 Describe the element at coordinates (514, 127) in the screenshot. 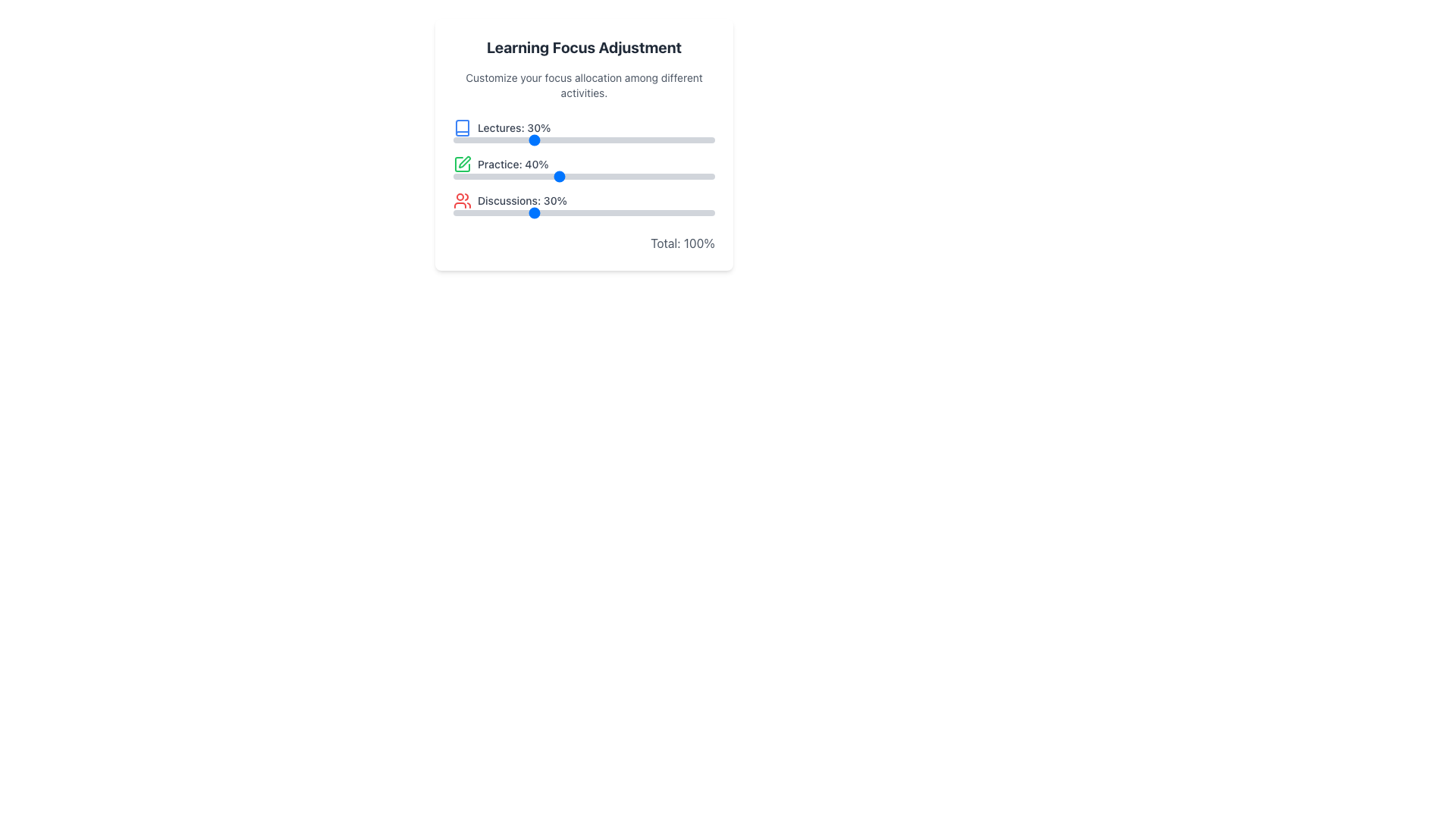

I see `text content of the Text Label displaying 'Lectures: 30%' which is located within the focus adjustment interface, positioned first in a column of similar elements with a blue book icon to its left` at that location.